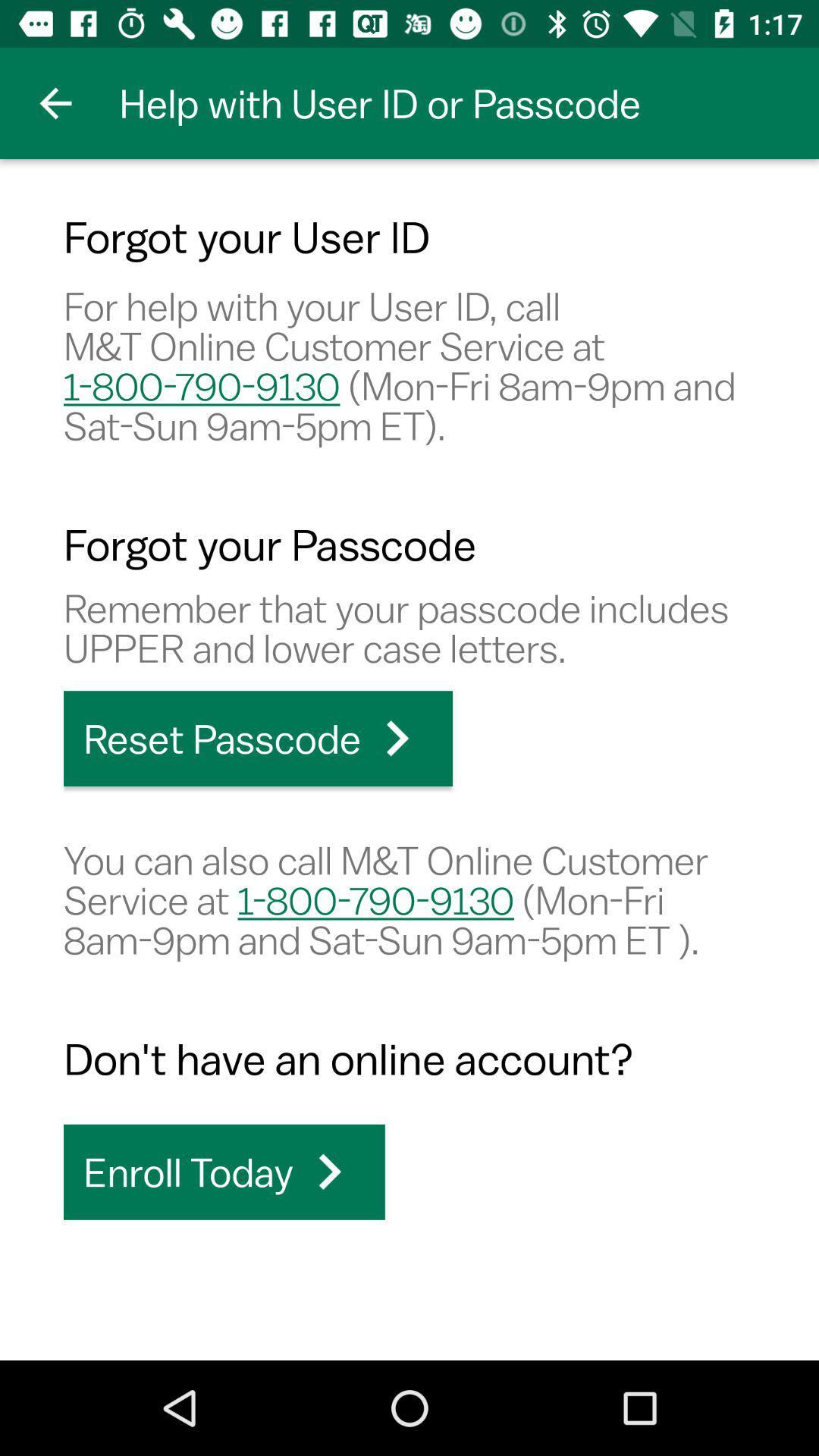 The height and width of the screenshot is (1456, 819). I want to click on icon below remember that your, so click(257, 739).